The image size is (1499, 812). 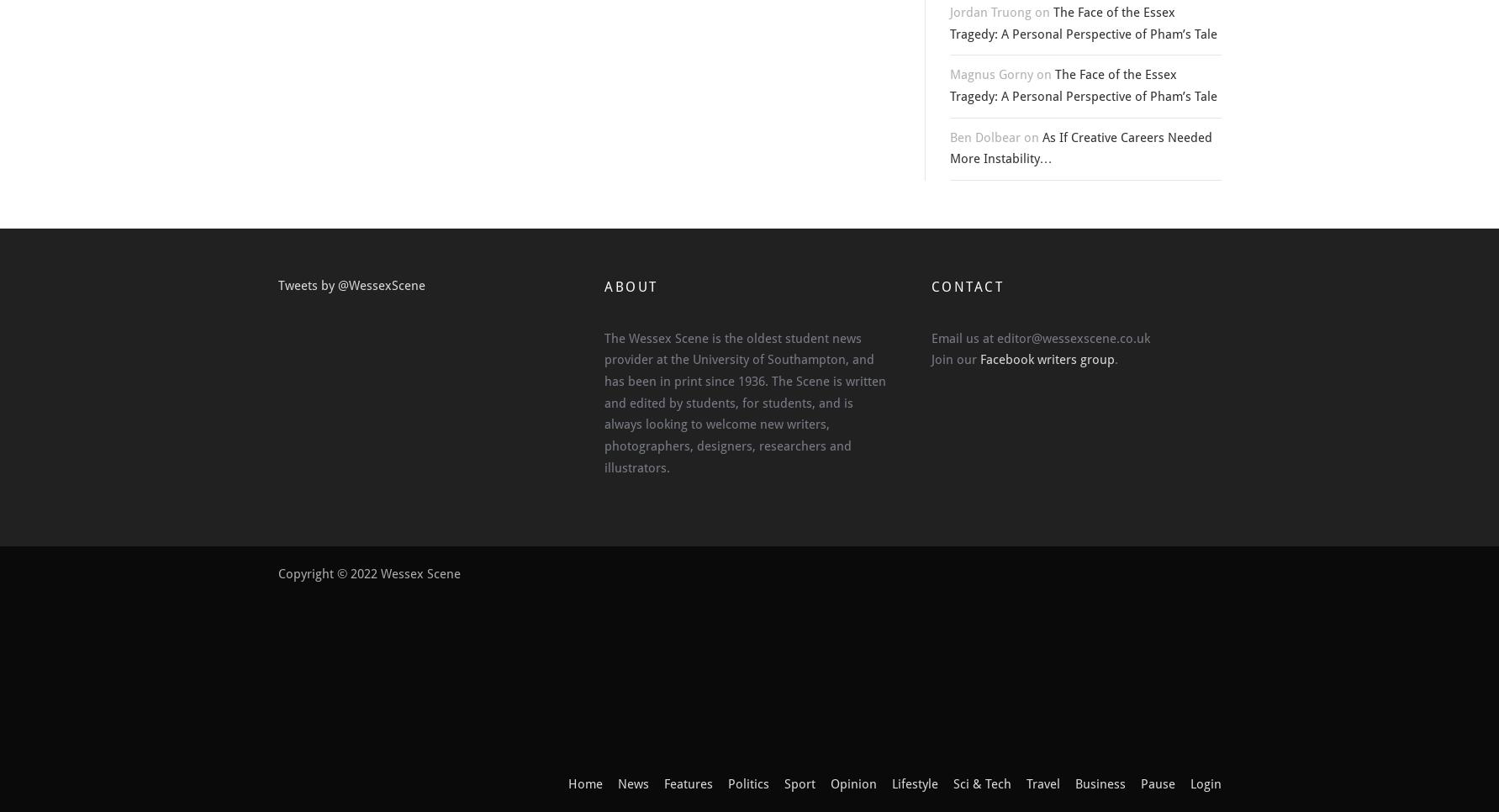 I want to click on '.', so click(x=1115, y=359).